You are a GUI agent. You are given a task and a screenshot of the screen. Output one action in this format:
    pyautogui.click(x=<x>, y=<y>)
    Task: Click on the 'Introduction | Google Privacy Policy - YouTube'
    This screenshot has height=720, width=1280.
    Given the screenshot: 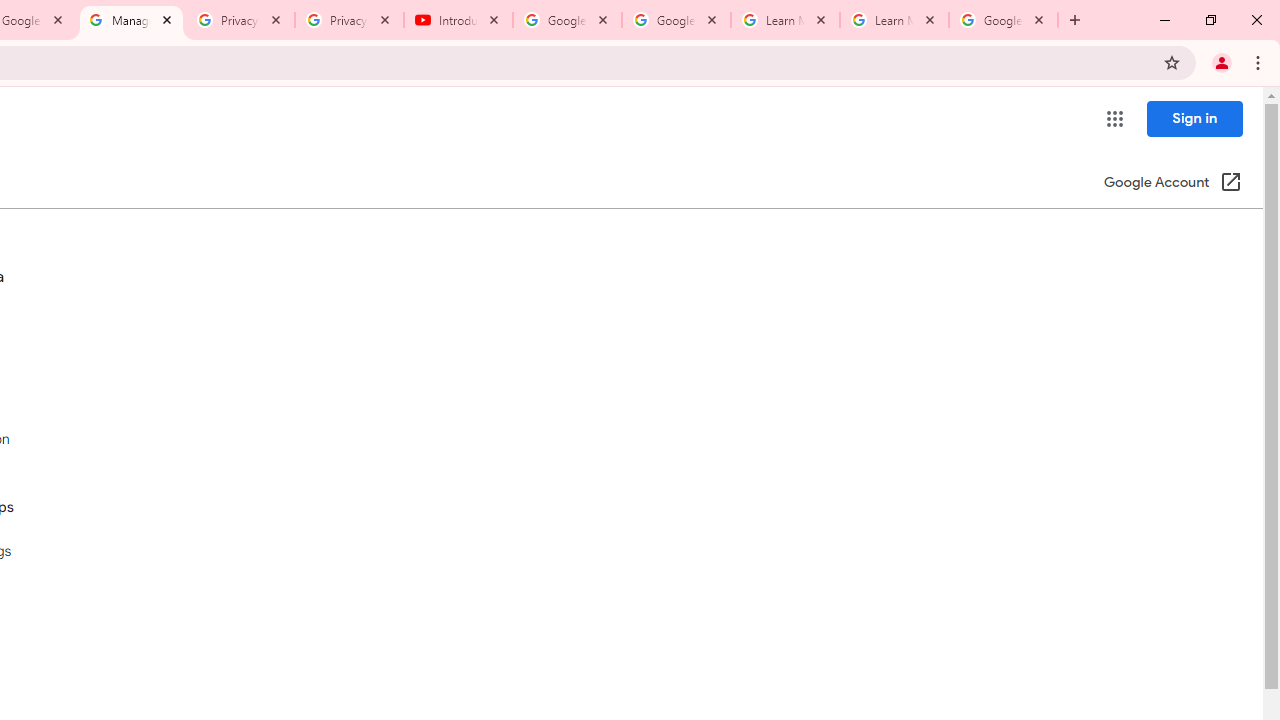 What is the action you would take?
    pyautogui.click(x=457, y=20)
    